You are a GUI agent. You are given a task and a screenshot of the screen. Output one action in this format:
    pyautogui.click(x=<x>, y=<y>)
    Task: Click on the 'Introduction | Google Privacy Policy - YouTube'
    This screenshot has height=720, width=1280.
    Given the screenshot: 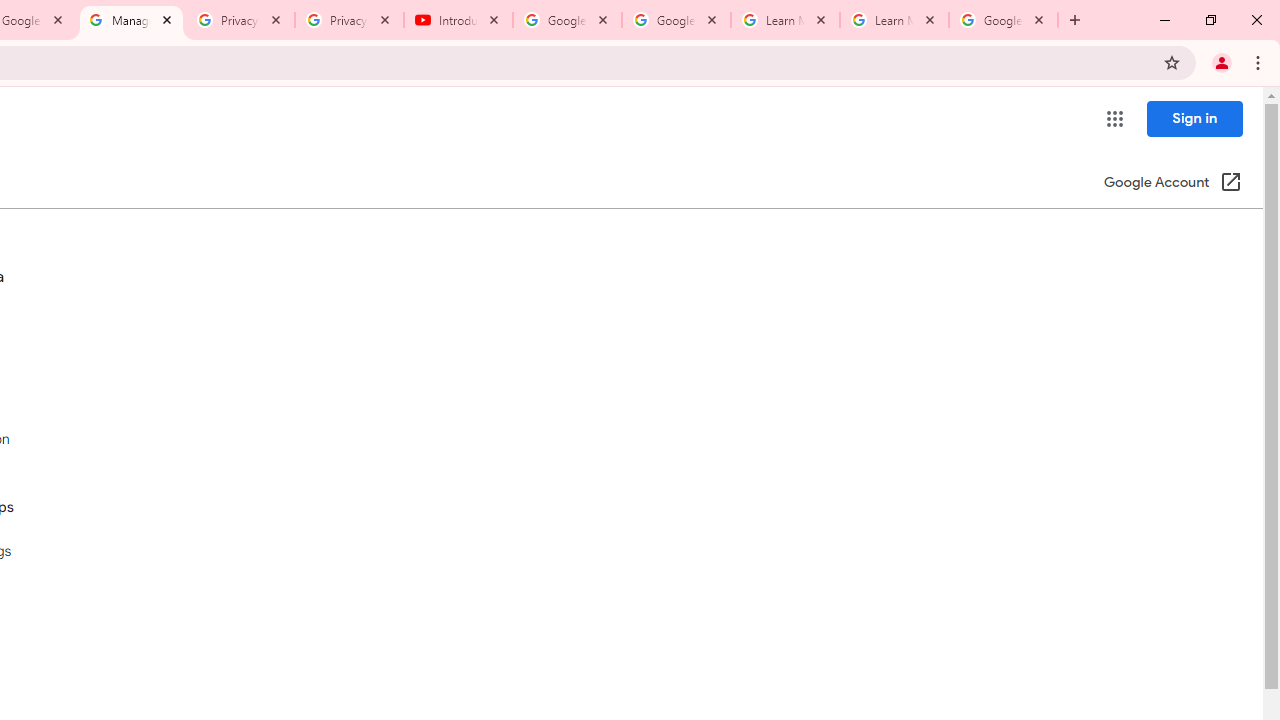 What is the action you would take?
    pyautogui.click(x=457, y=20)
    